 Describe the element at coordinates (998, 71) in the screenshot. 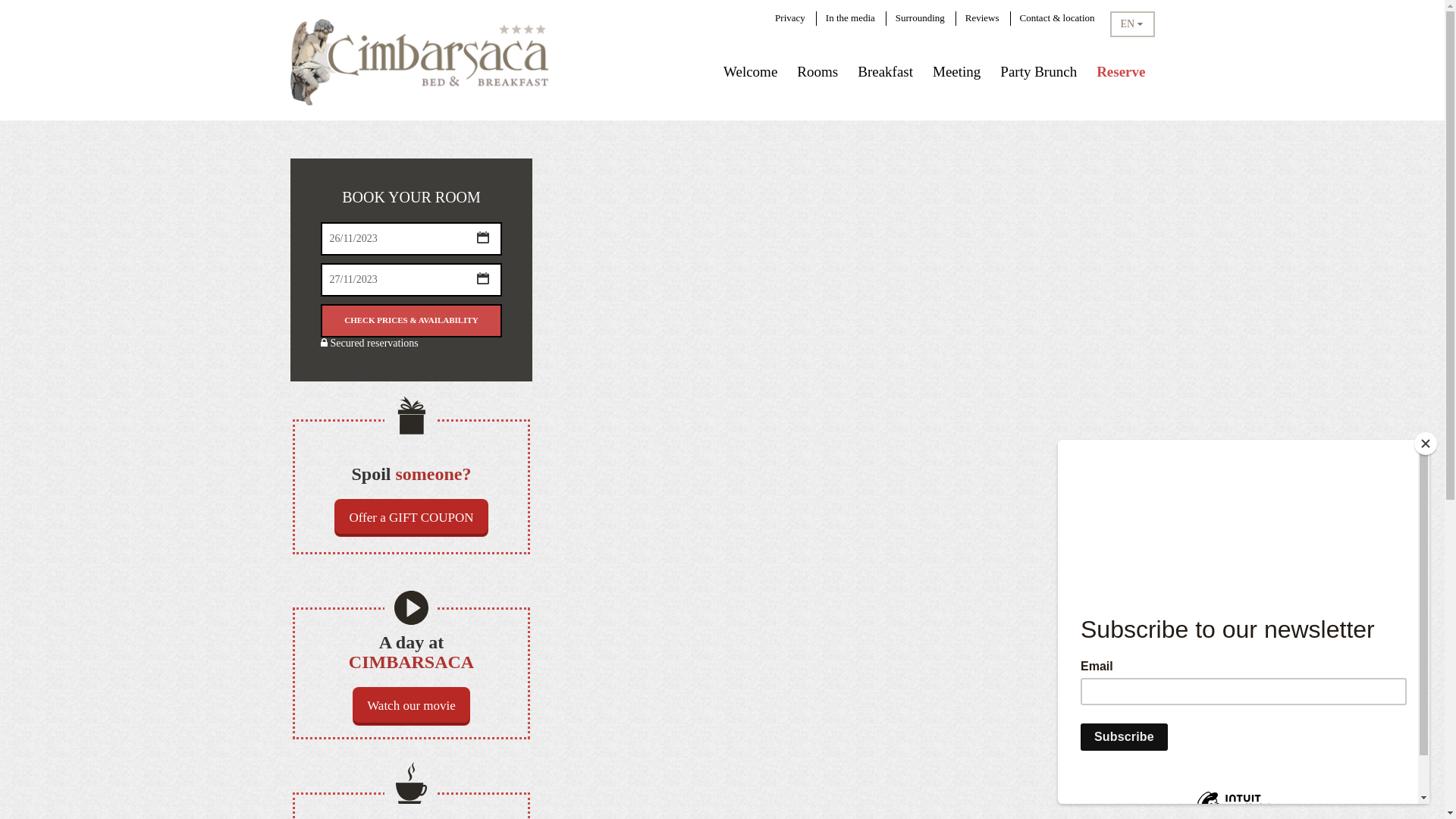

I see `'Party Brunch'` at that location.